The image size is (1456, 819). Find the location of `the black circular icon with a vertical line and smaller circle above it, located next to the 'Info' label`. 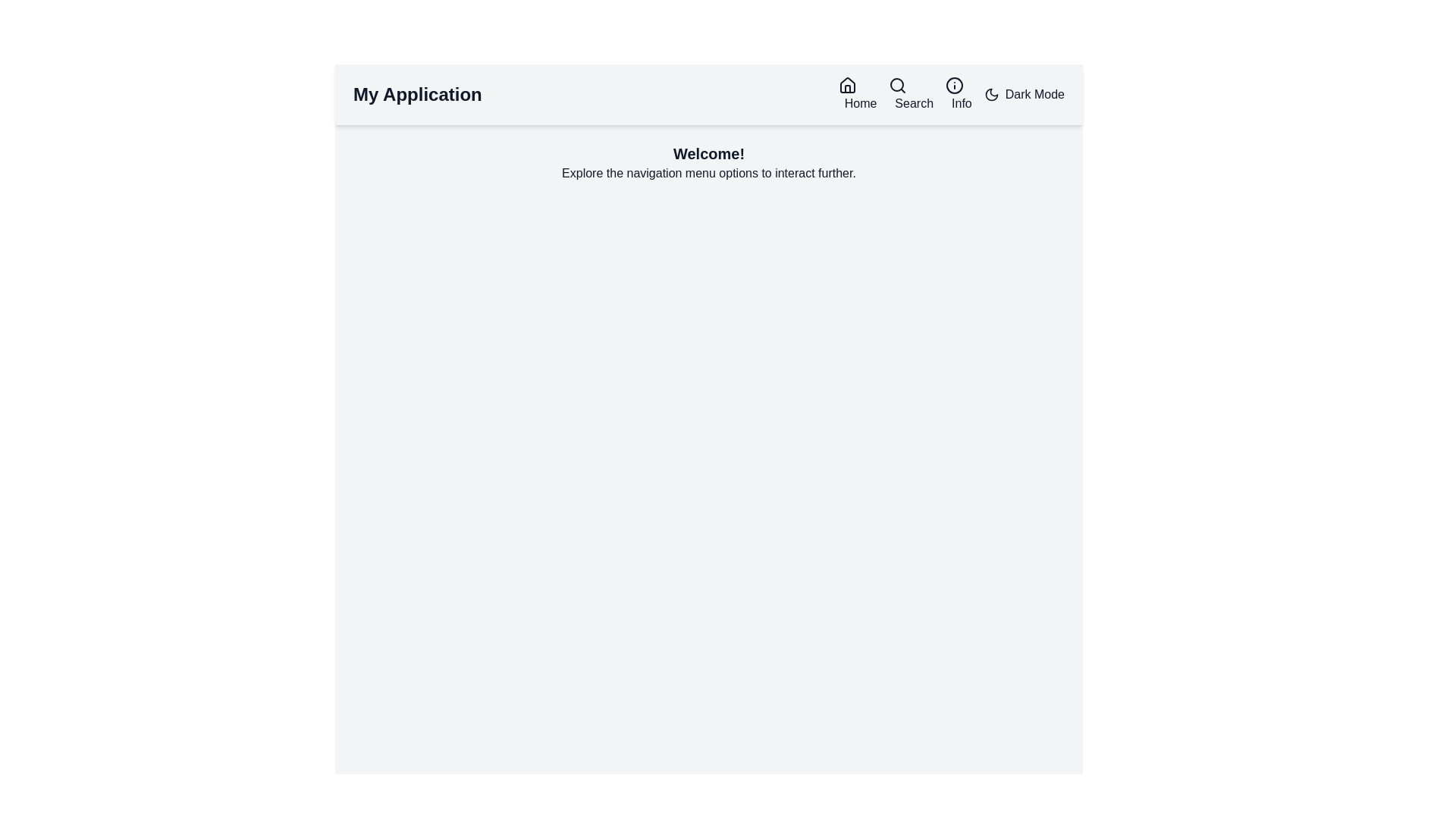

the black circular icon with a vertical line and smaller circle above it, located next to the 'Info' label is located at coordinates (954, 85).